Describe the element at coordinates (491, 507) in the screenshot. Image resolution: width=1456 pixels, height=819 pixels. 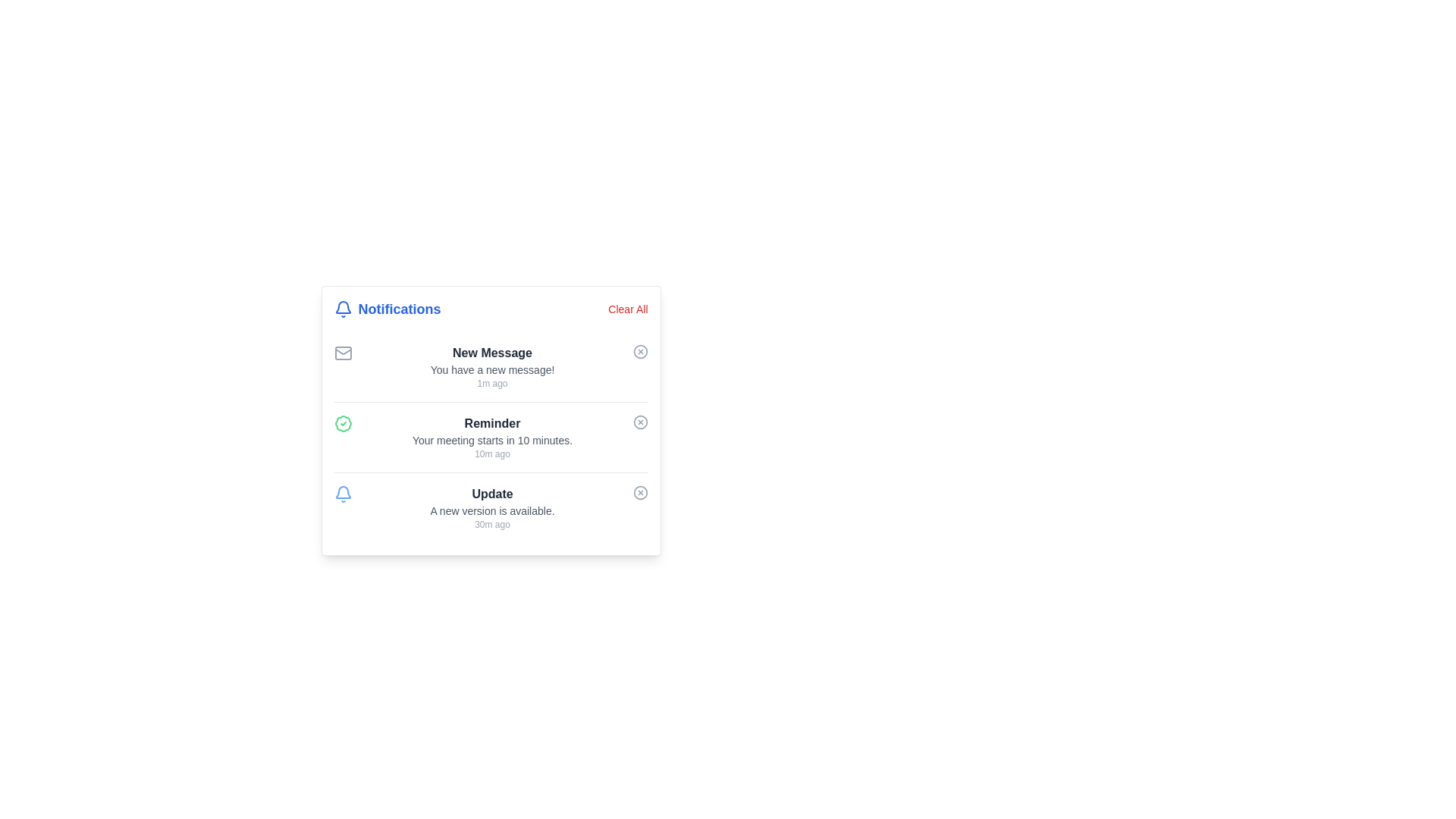
I see `the third notification entry titled 'Update' that contains the description 'A new version is available.' and a dismissal 'X' icon` at that location.